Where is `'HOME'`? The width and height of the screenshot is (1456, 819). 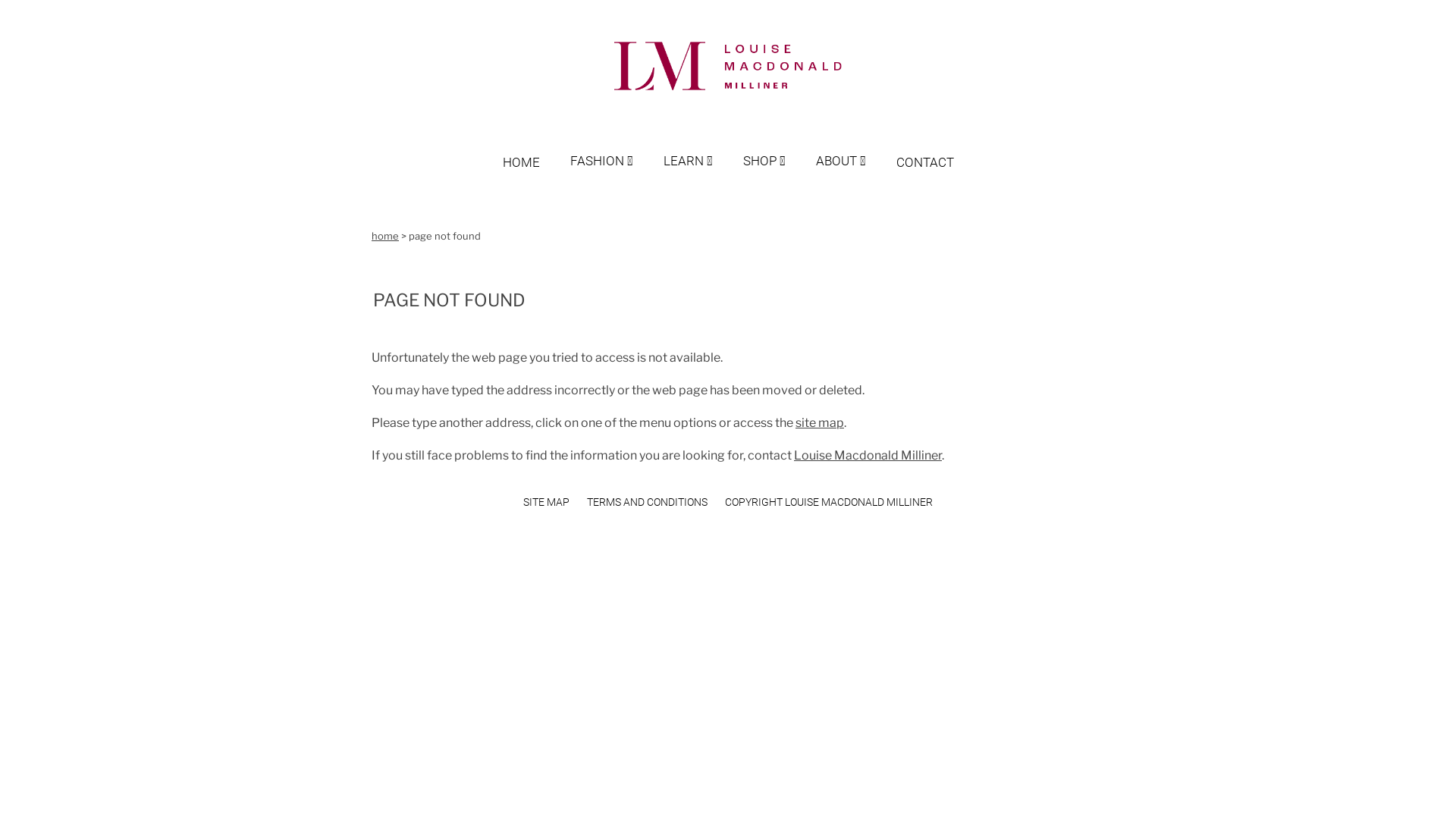
'HOME' is located at coordinates (535, 147).